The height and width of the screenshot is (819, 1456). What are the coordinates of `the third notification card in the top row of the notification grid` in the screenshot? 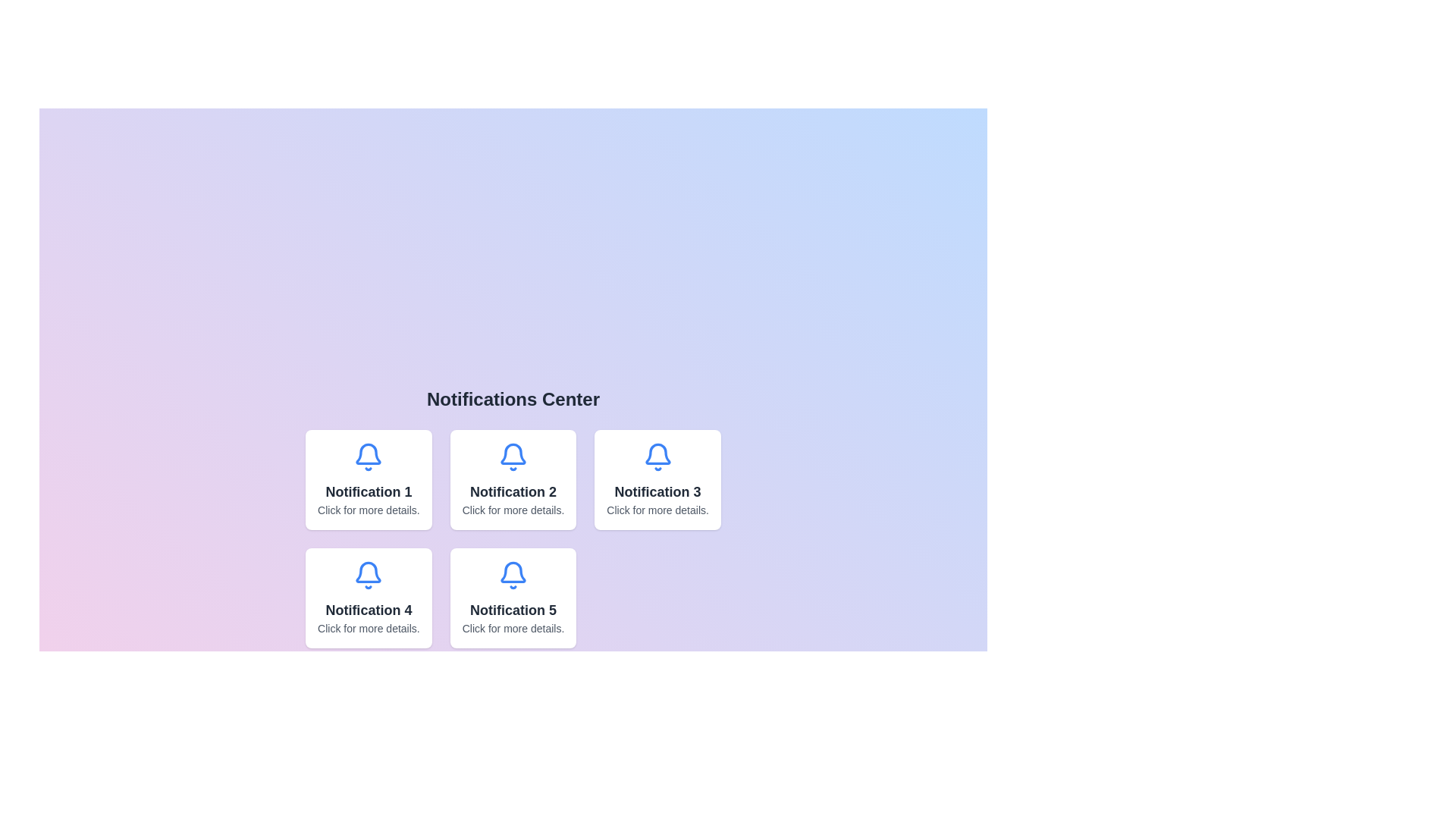 It's located at (657, 479).